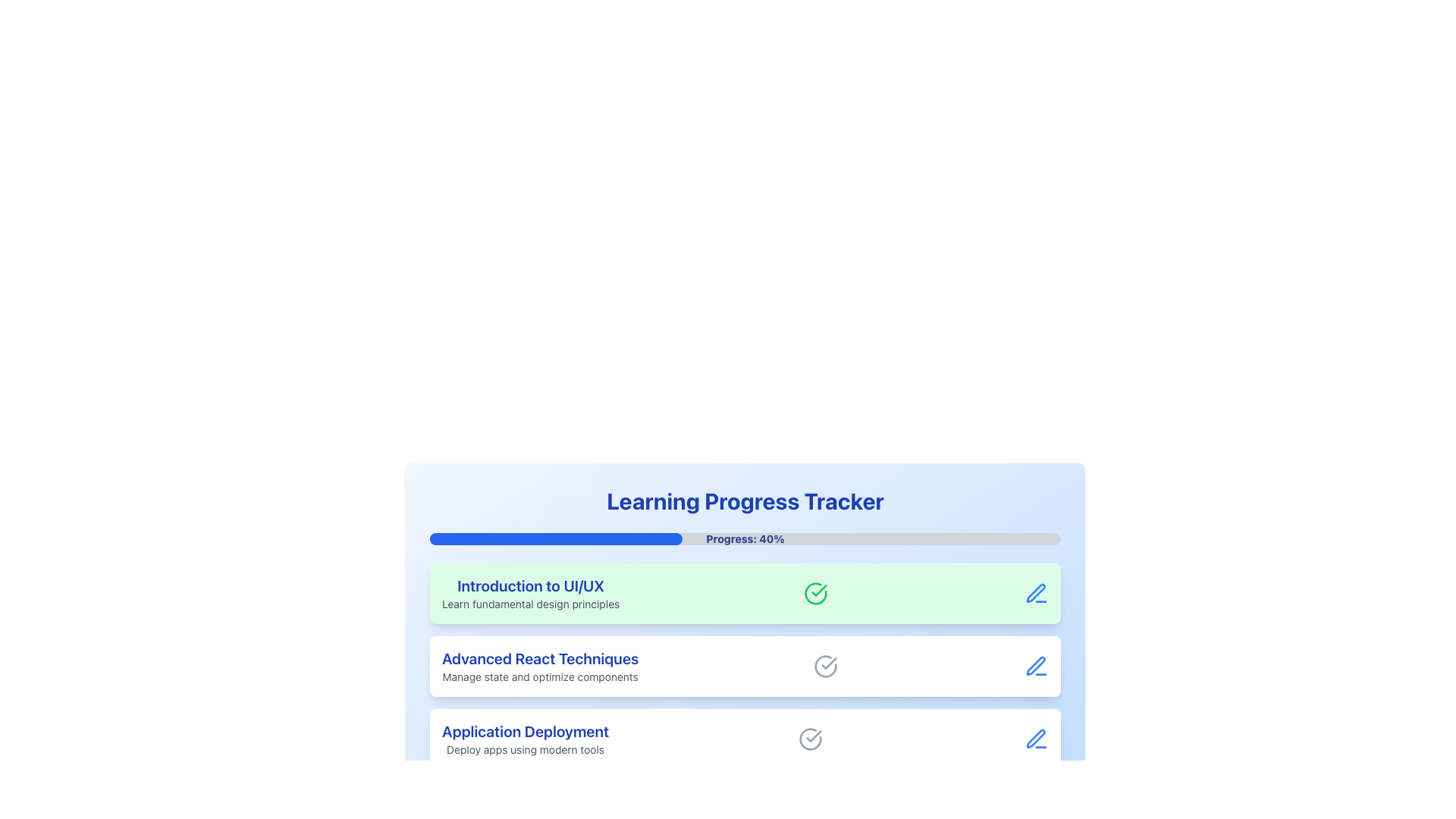 The width and height of the screenshot is (1456, 819). Describe the element at coordinates (745, 538) in the screenshot. I see `progress text from the styled progress bar that indicates a completion of 40% and displays 'Progress: 40%' in a bold, blue font` at that location.